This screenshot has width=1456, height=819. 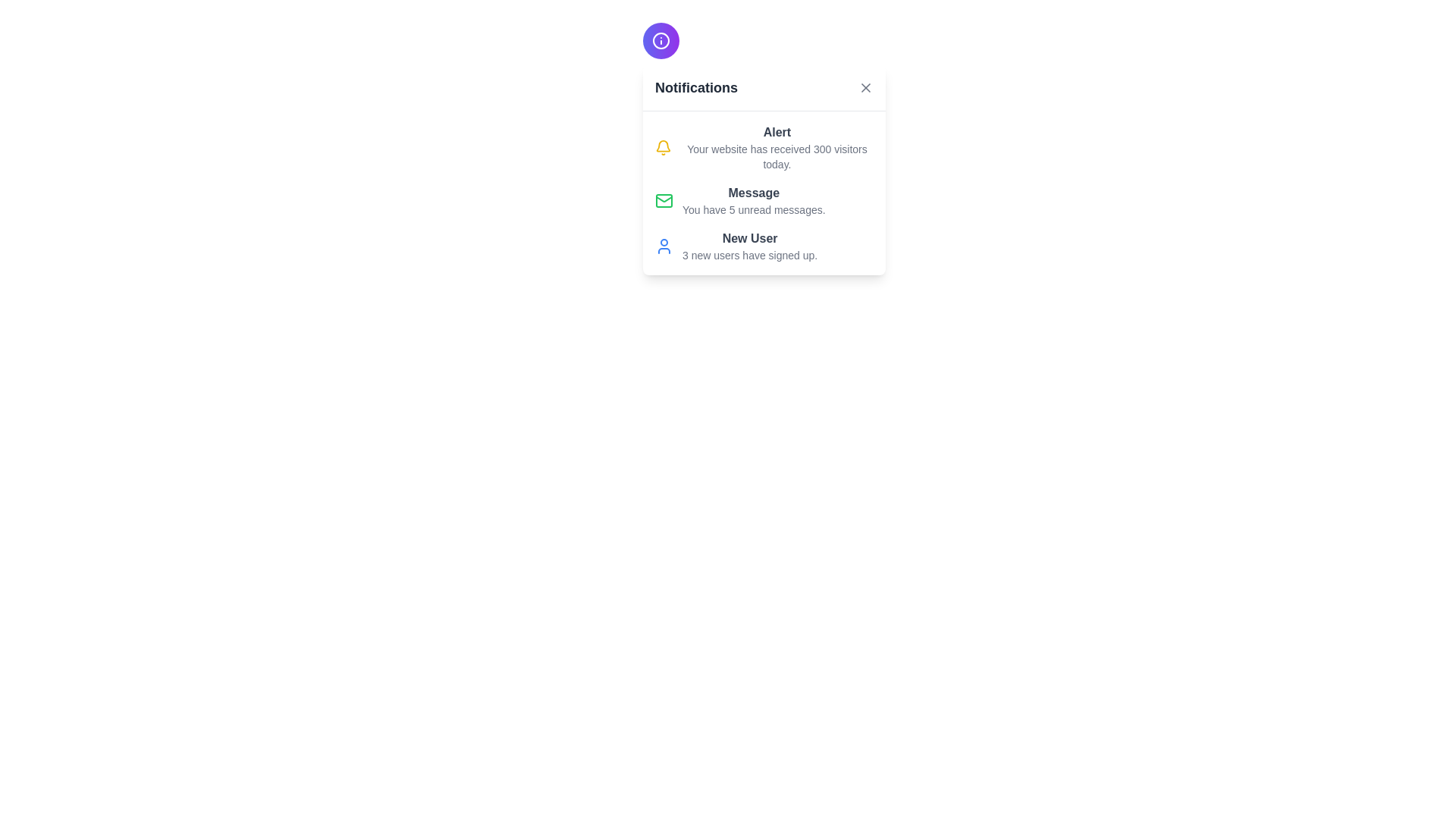 I want to click on notification item with the yellow bell icon and the heading 'Alert', which indicates that 'Your website has received 300 visitors today.', so click(x=764, y=148).